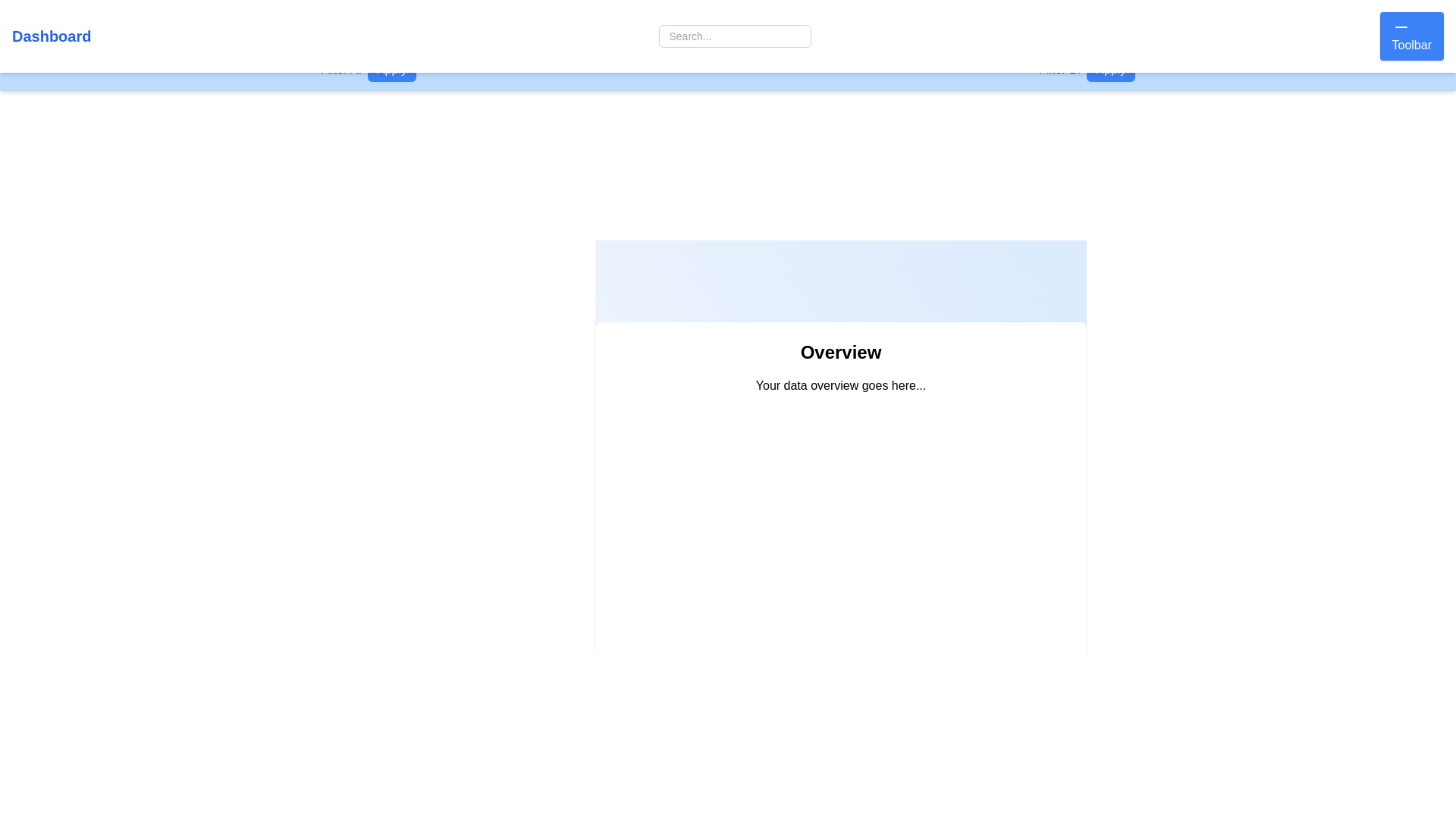  I want to click on the 'Filter A' button, so click(391, 70).